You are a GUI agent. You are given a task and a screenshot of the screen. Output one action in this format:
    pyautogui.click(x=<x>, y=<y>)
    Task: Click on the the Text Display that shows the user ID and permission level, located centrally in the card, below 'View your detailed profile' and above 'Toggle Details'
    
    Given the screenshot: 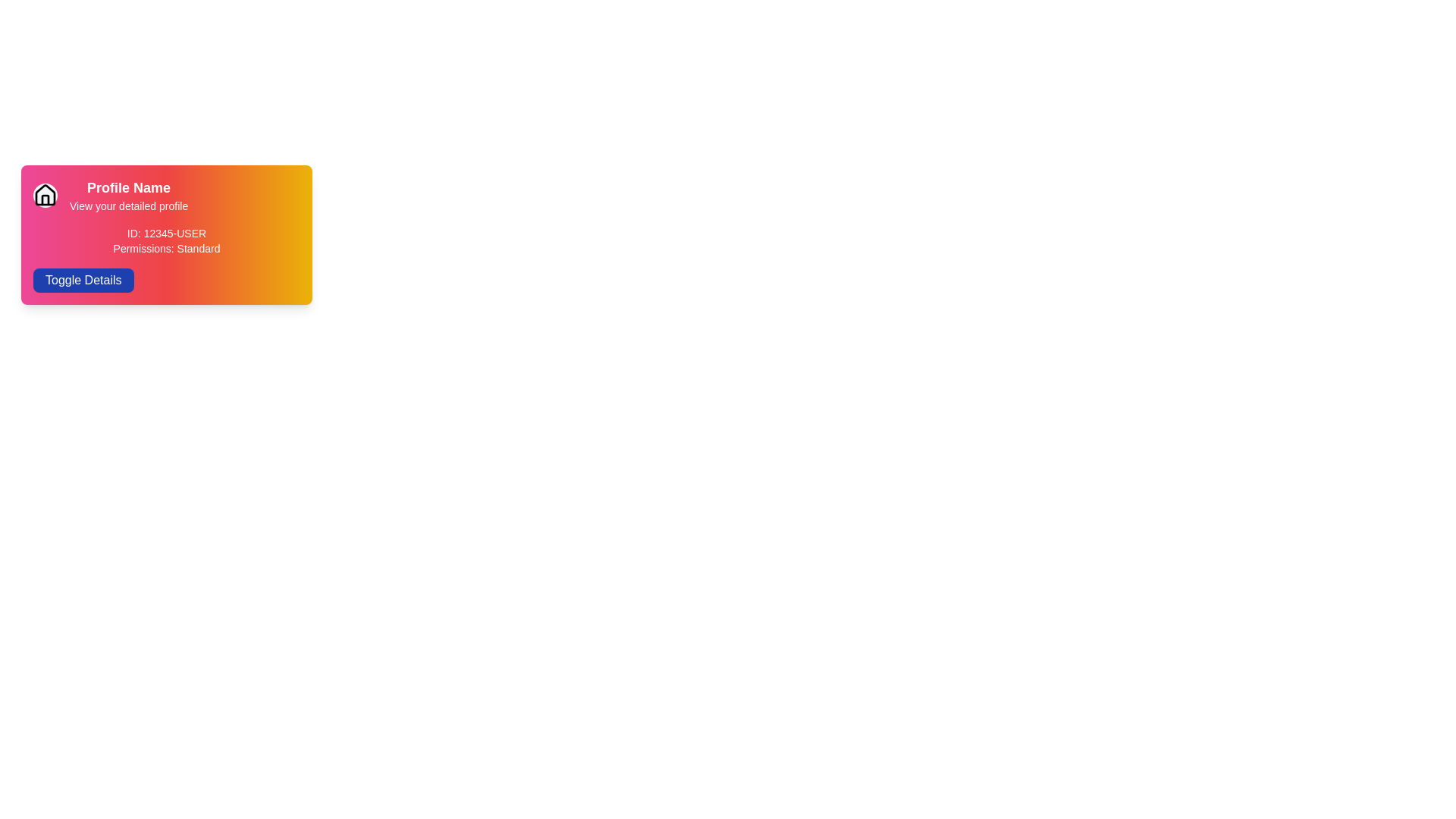 What is the action you would take?
    pyautogui.click(x=167, y=240)
    